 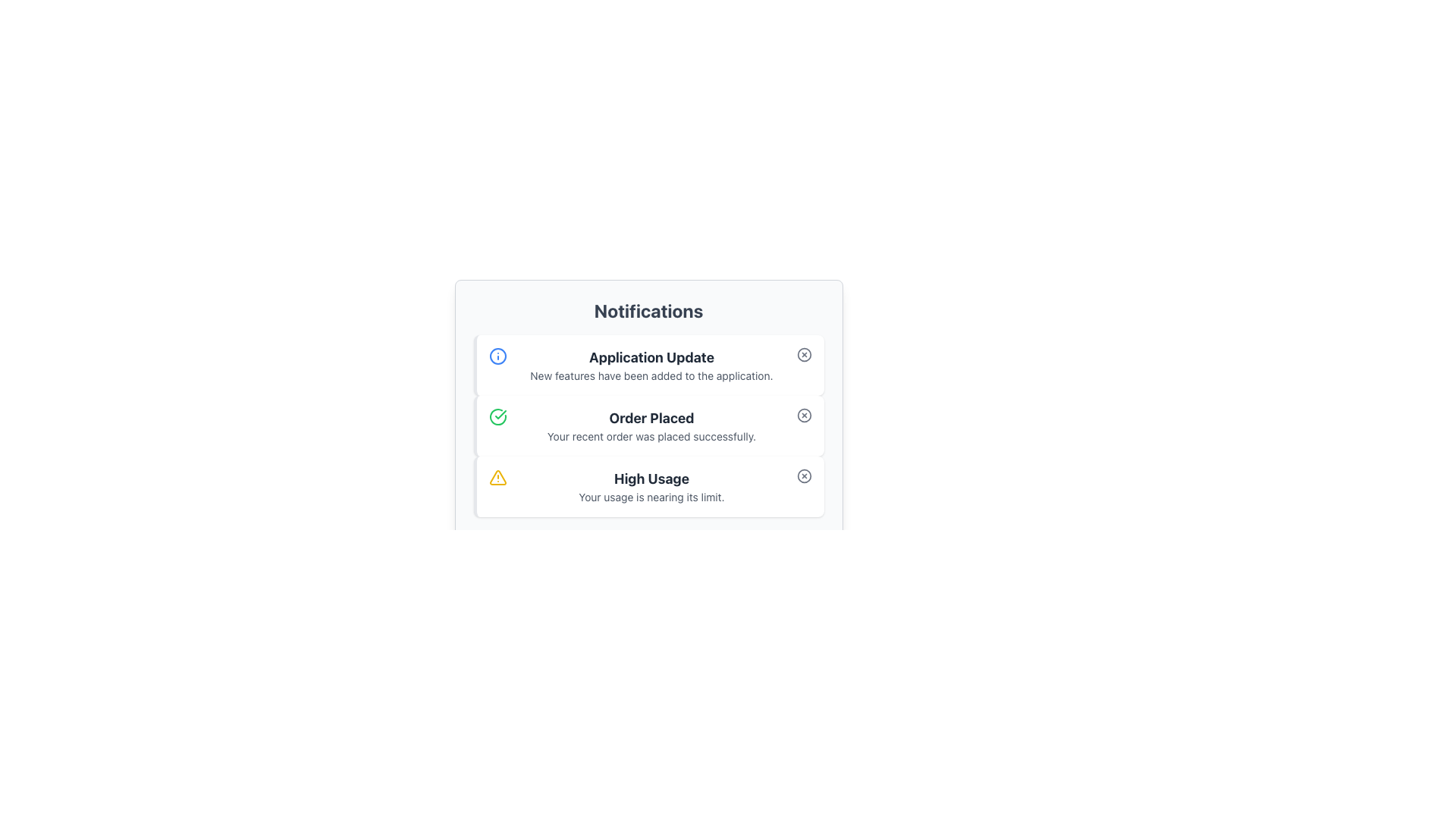 I want to click on the text that reads 'Your recent order was placed successfully.', which is displayed in a small gray font beneath the heading 'Order Placed' within the notification section, so click(x=651, y=436).